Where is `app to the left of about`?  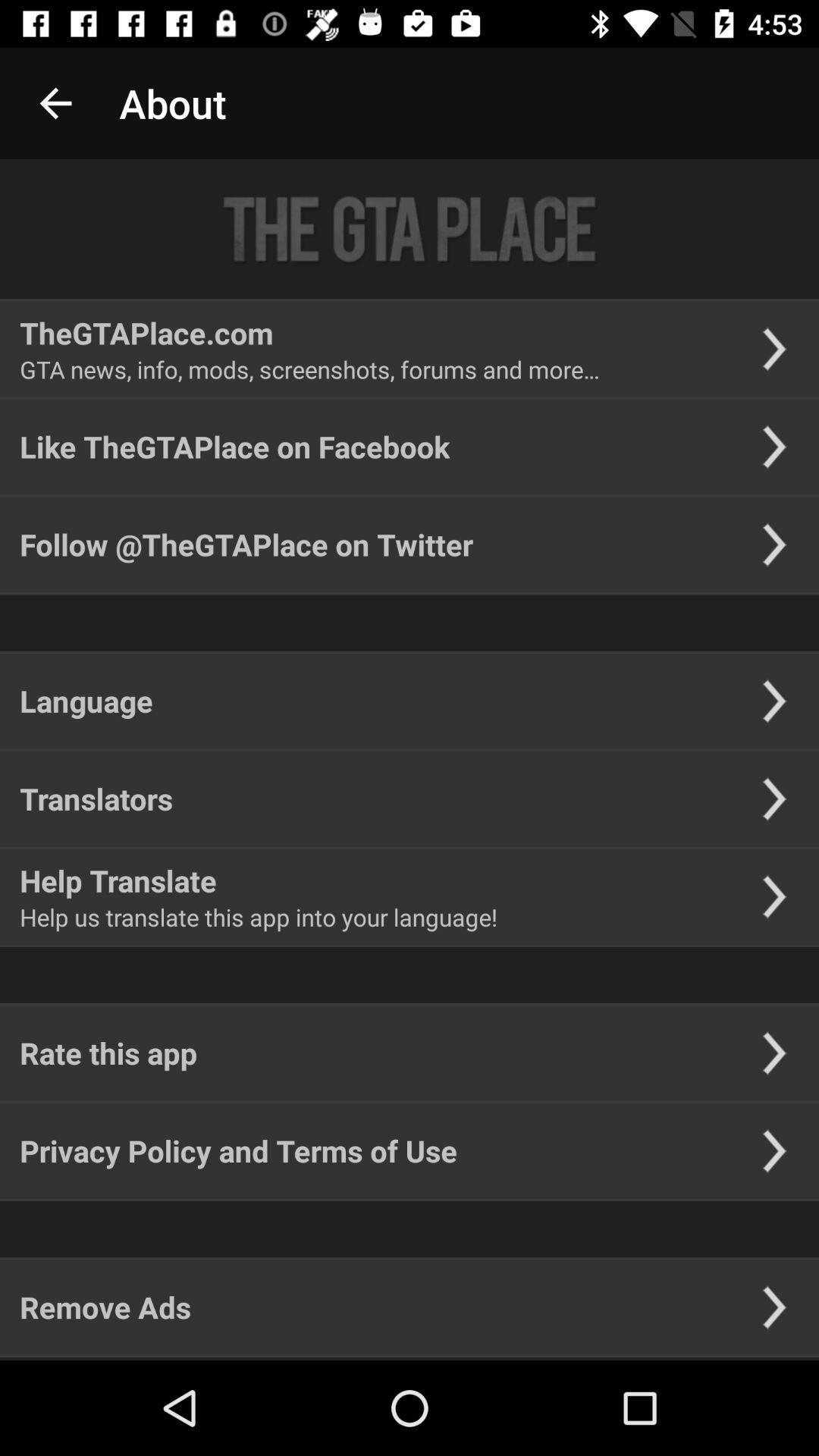 app to the left of about is located at coordinates (55, 102).